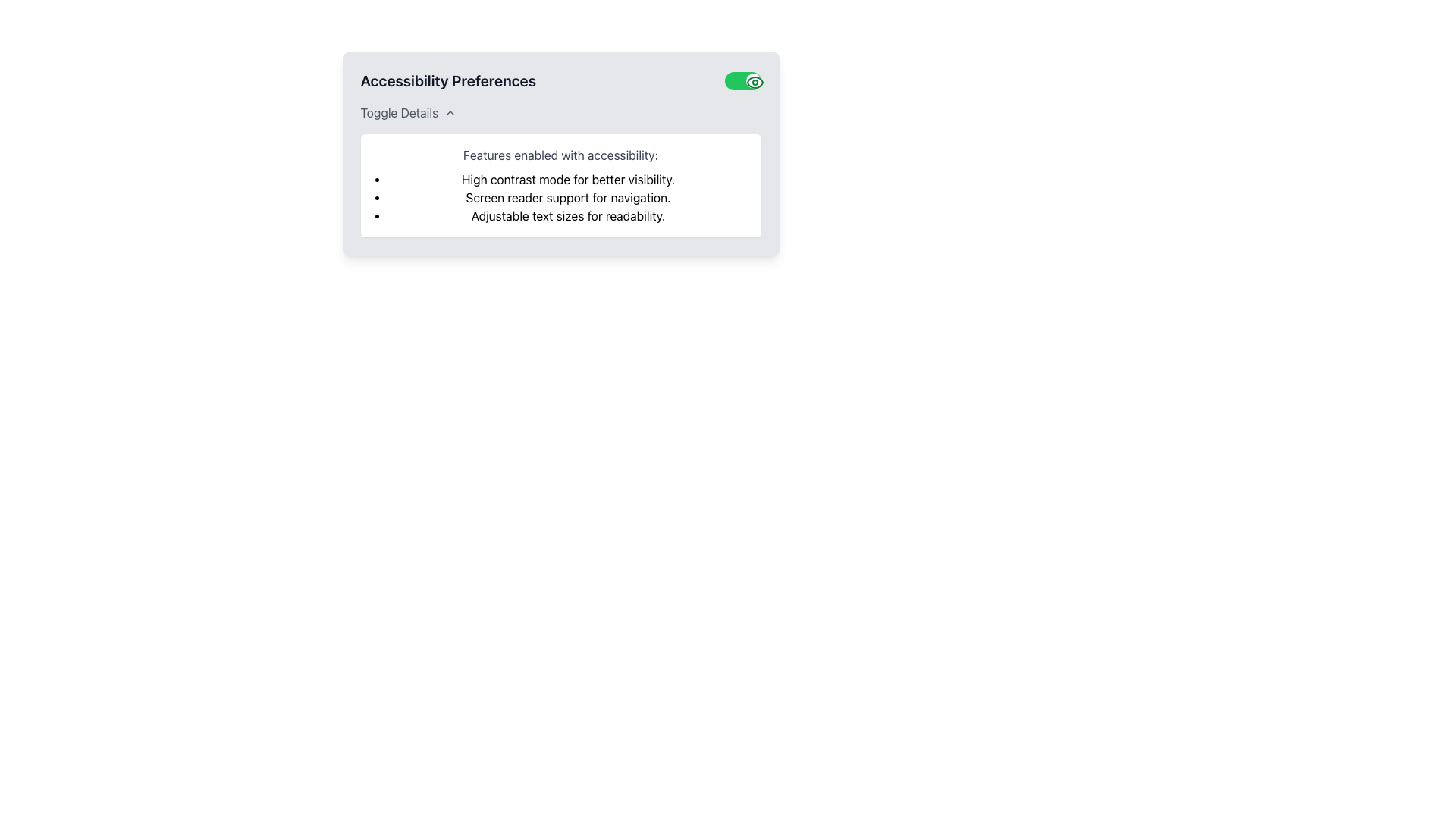  I want to click on the toggle switch in the top-right corner of the 'Accessibility Preferences' section, so click(742, 81).